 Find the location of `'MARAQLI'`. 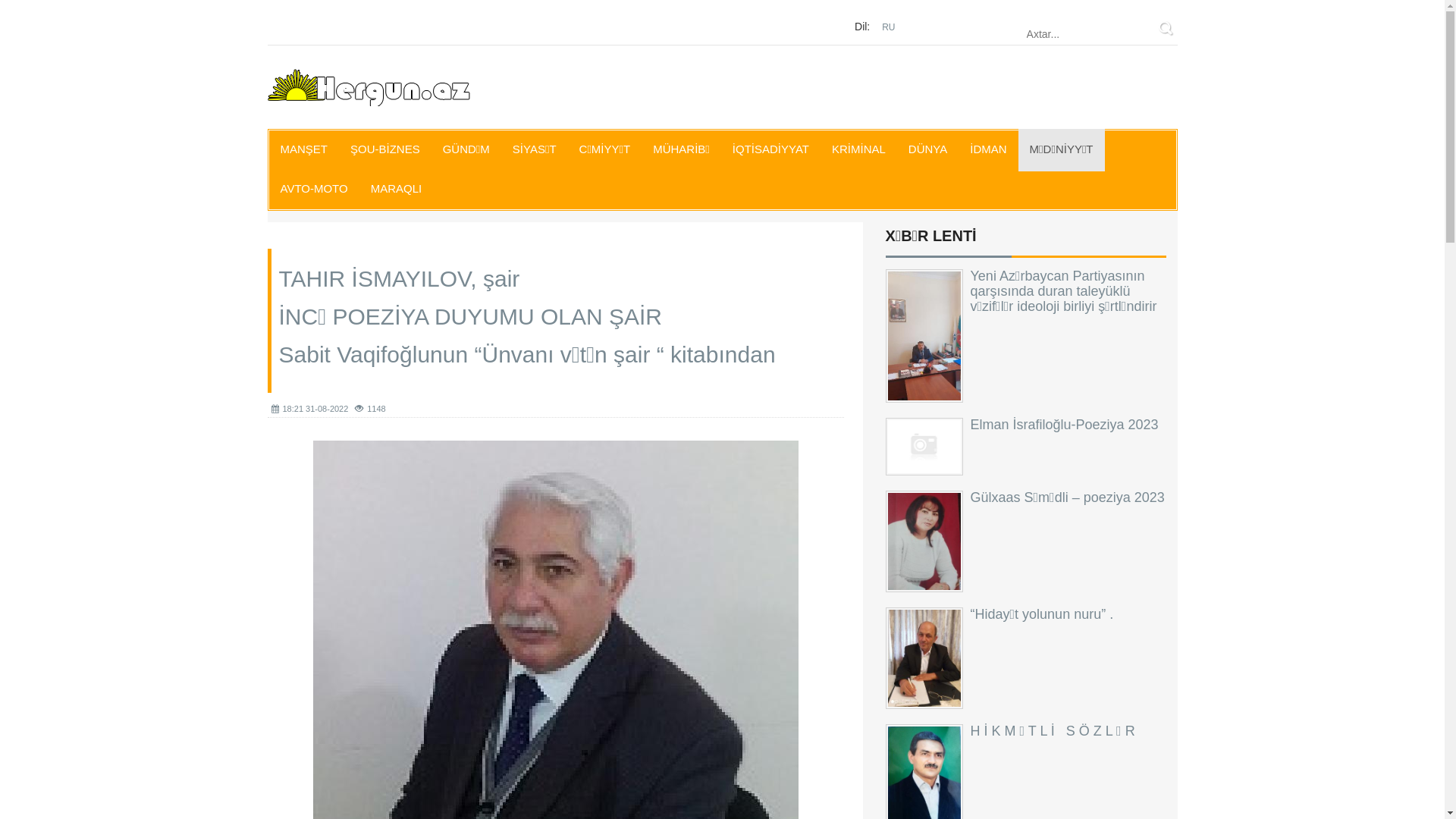

'MARAQLI' is located at coordinates (397, 189).